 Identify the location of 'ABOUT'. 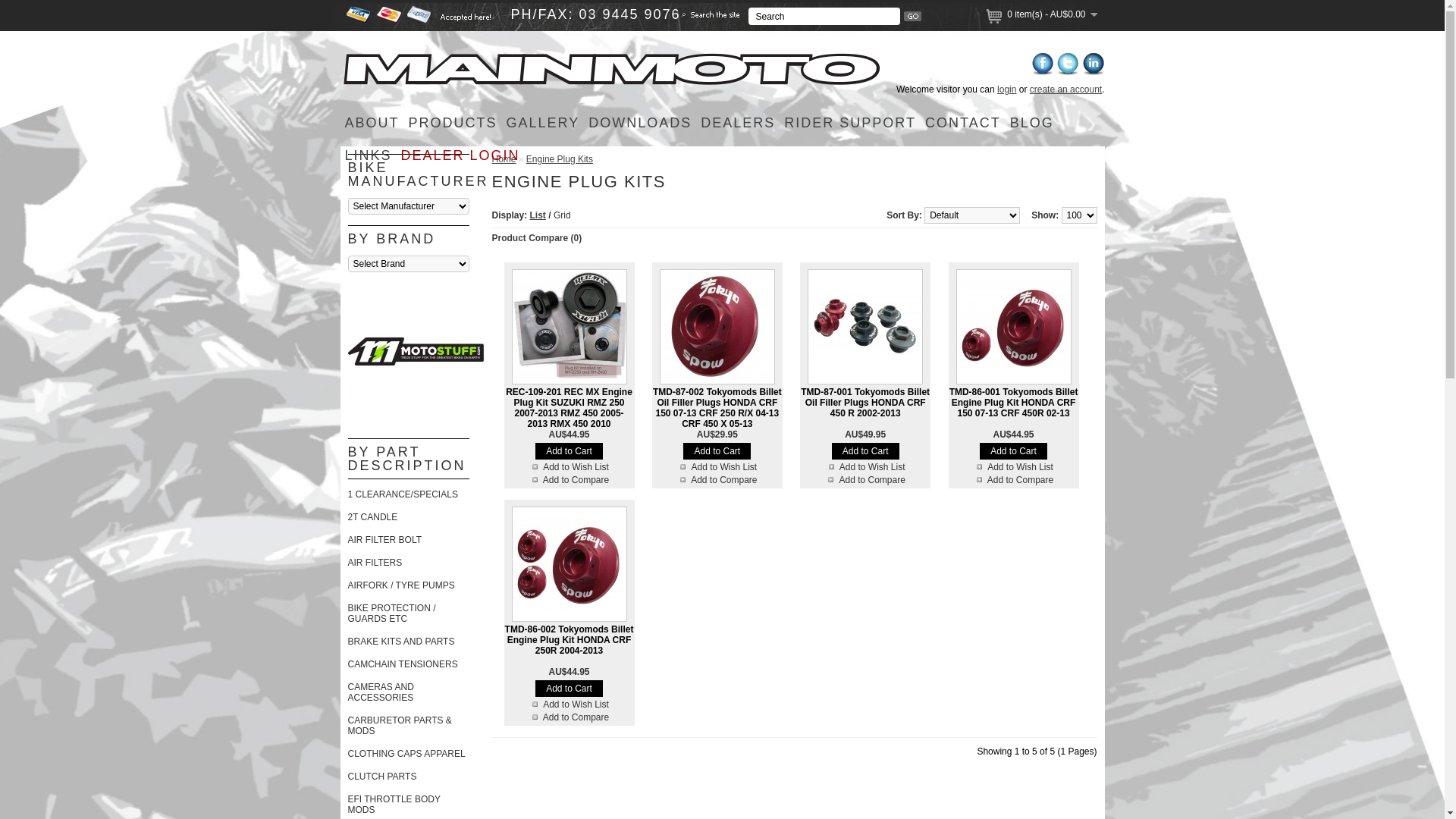
(371, 122).